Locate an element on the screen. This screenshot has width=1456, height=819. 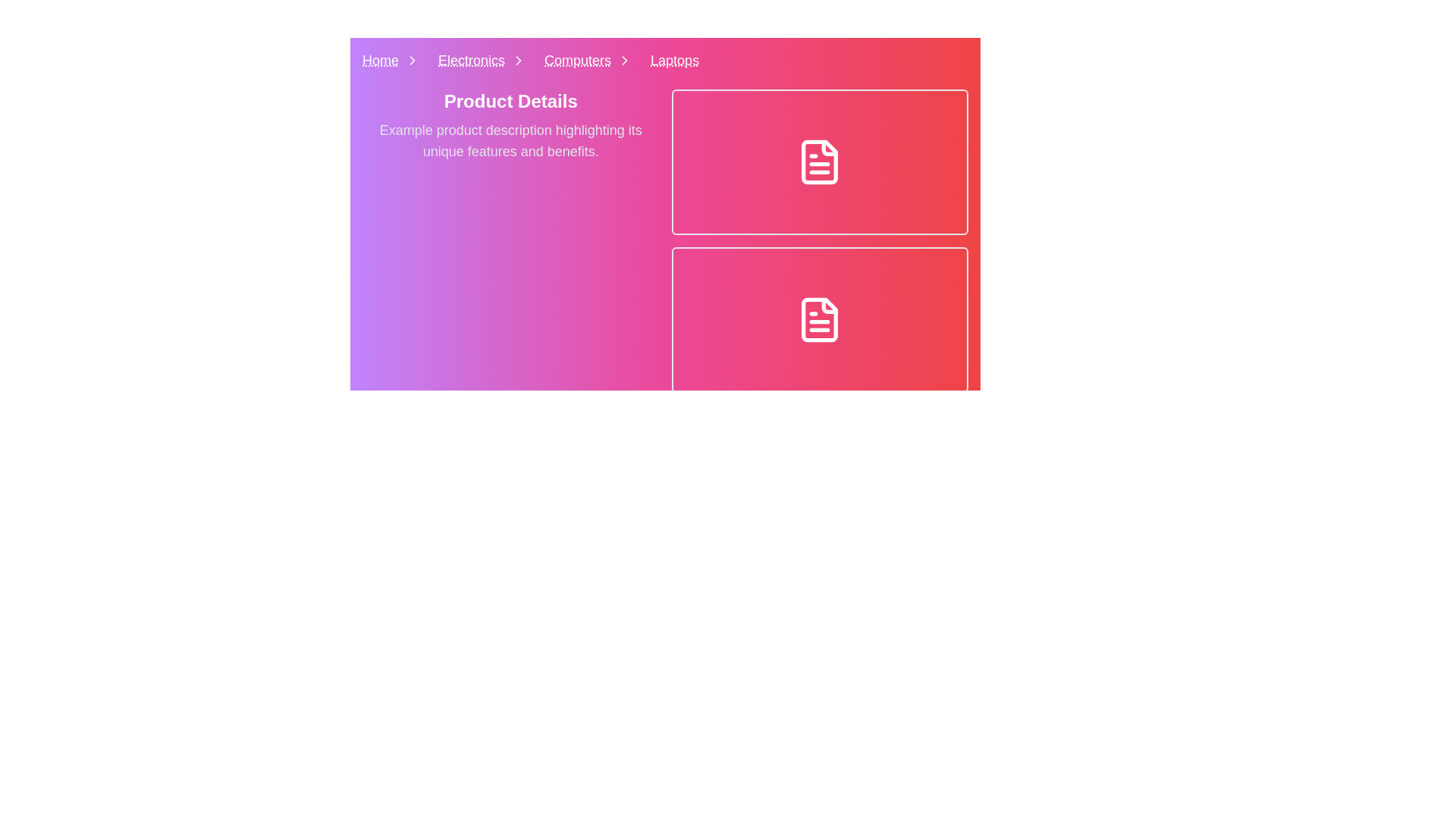
the 'Home' hyperlink, which is the first item in the breadcrumb navigation bar is located at coordinates (381, 60).